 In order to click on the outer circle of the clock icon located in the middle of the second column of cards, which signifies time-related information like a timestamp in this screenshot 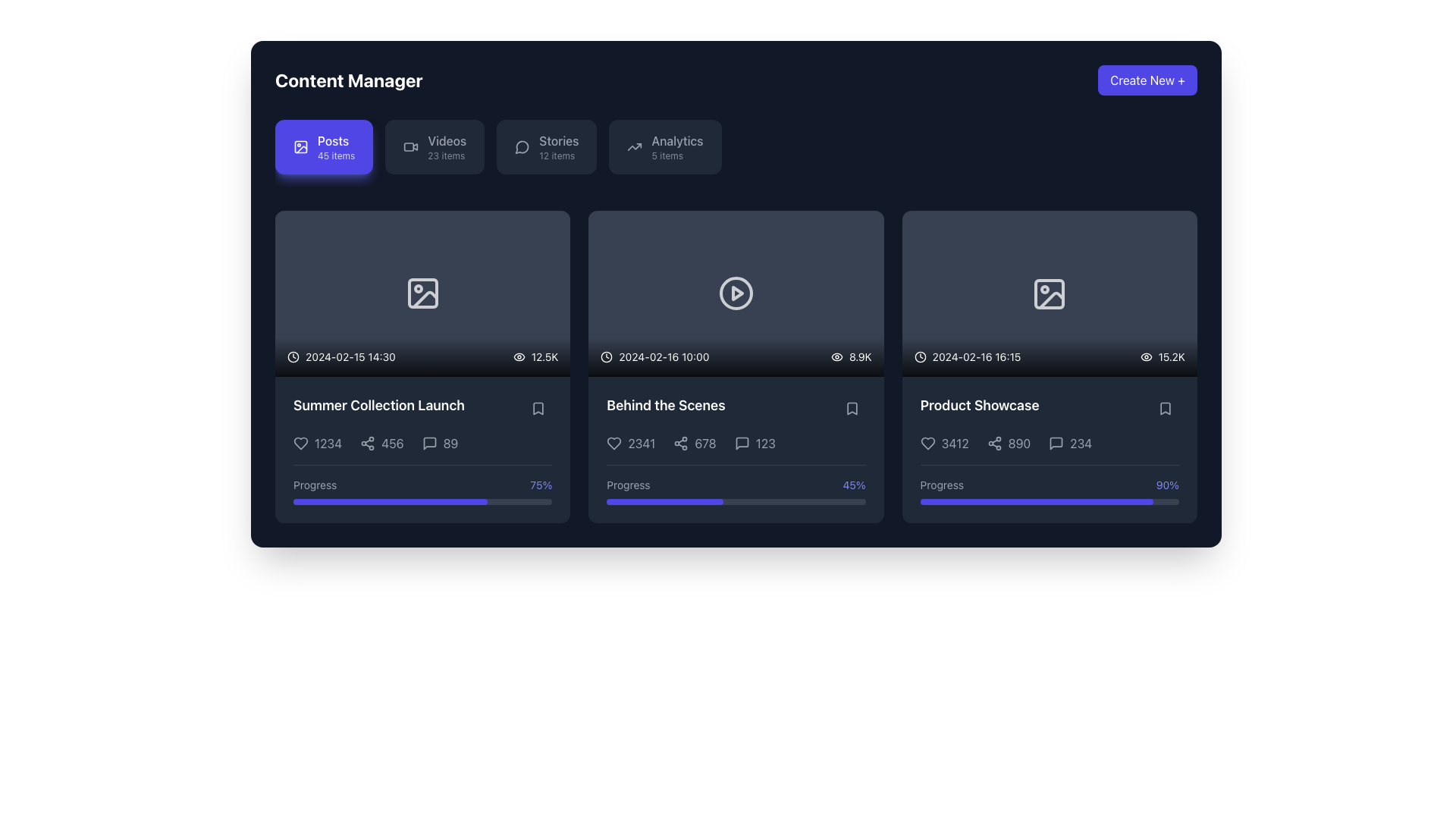, I will do `click(607, 356)`.